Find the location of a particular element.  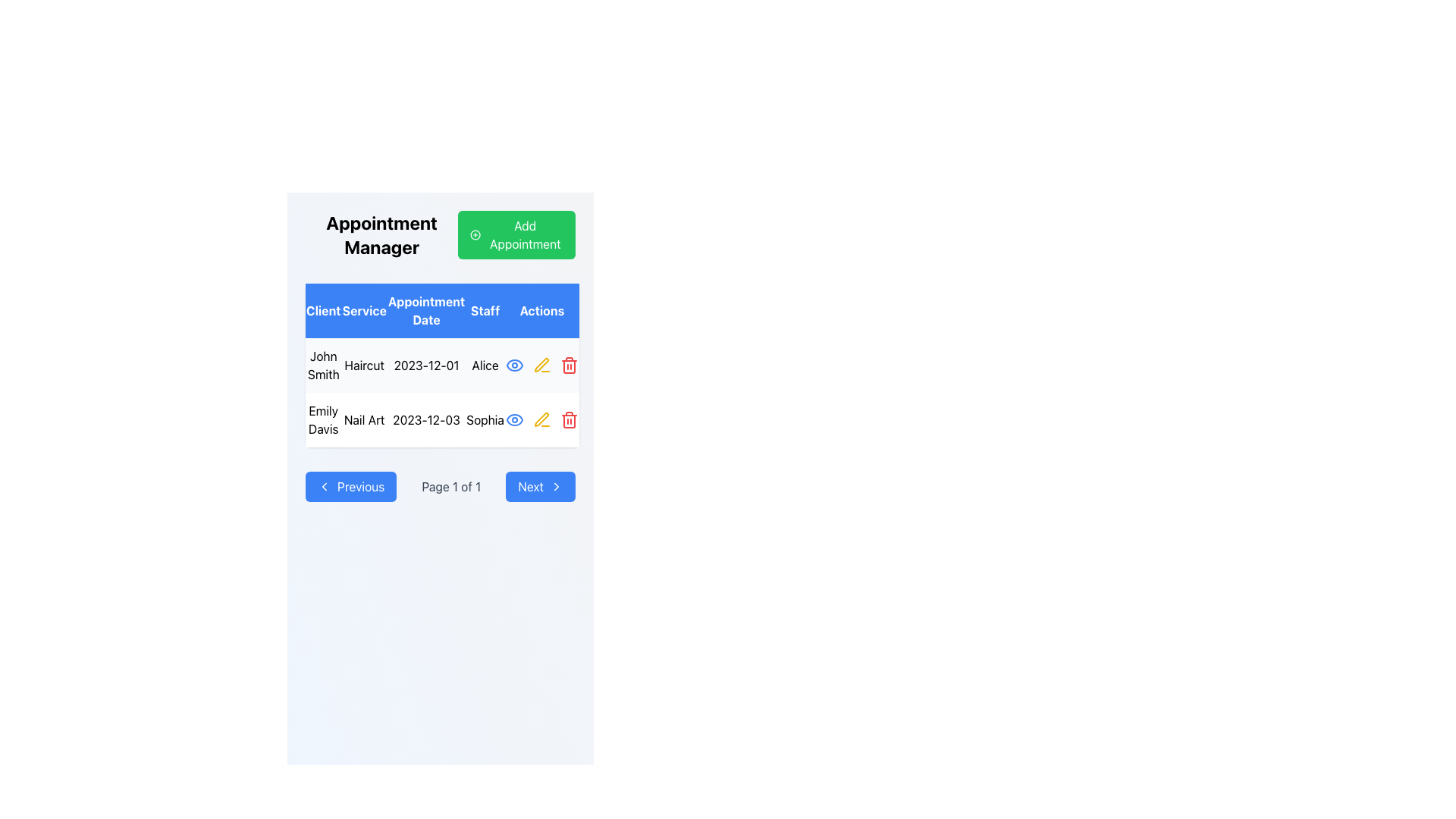

the edit icon in the second row of the 'Actions' column in the table is located at coordinates (541, 366).